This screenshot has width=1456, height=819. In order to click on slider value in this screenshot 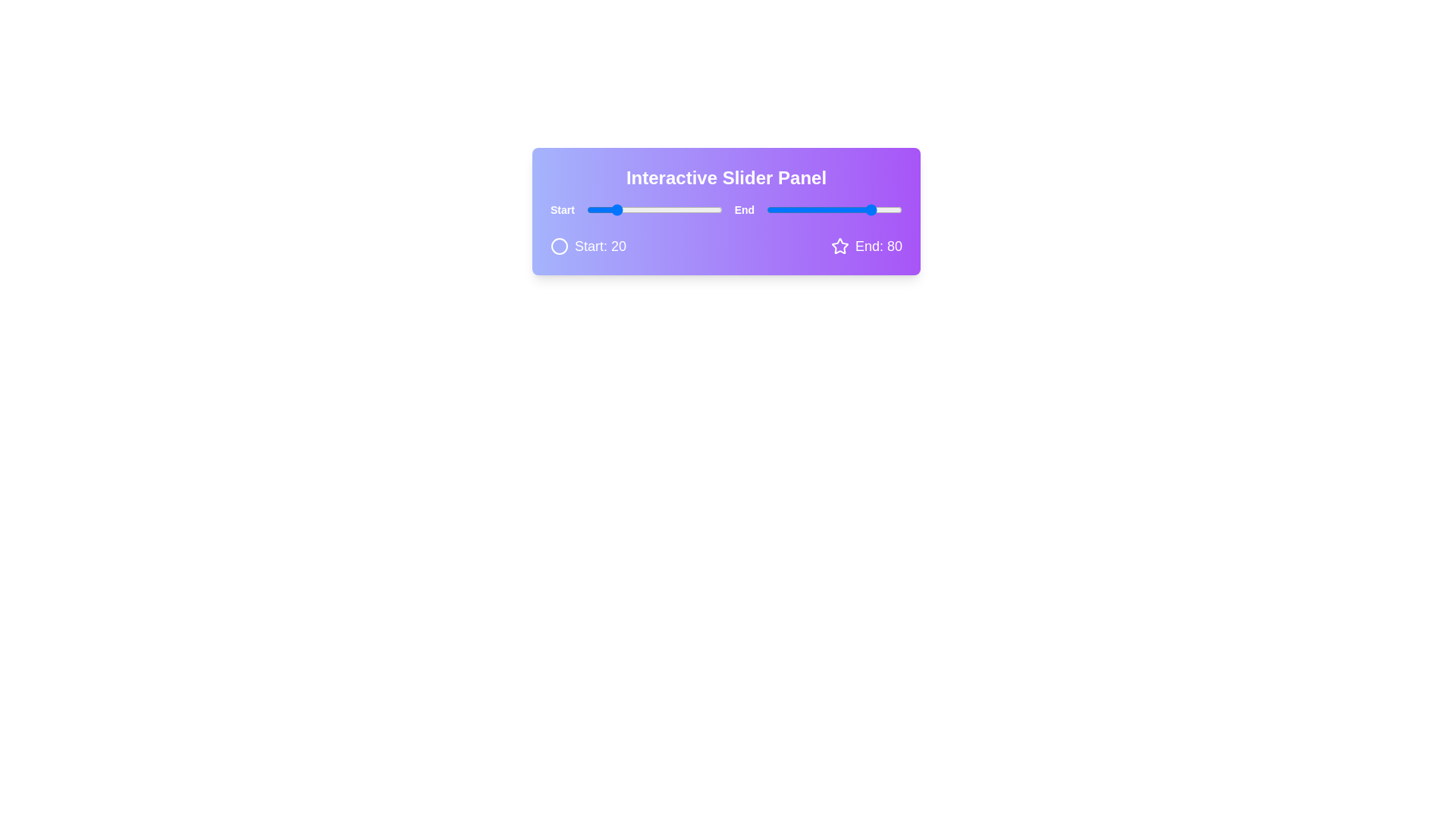, I will do `click(620, 210)`.